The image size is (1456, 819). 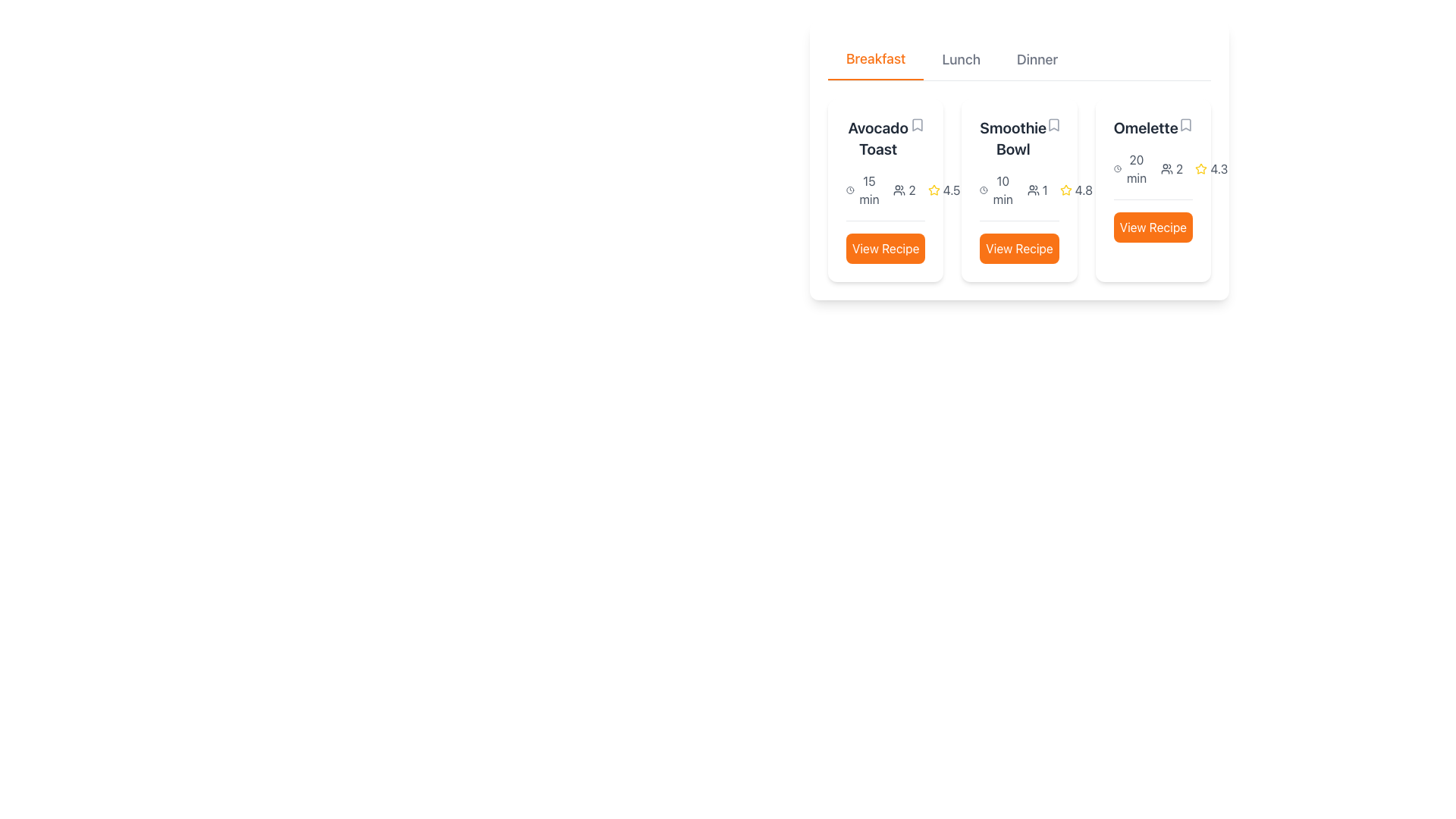 What do you see at coordinates (1219, 169) in the screenshot?
I see `the rating display text located in the rating section of the 'Omelette' card, which is positioned to the right of a yellow star icon` at bounding box center [1219, 169].